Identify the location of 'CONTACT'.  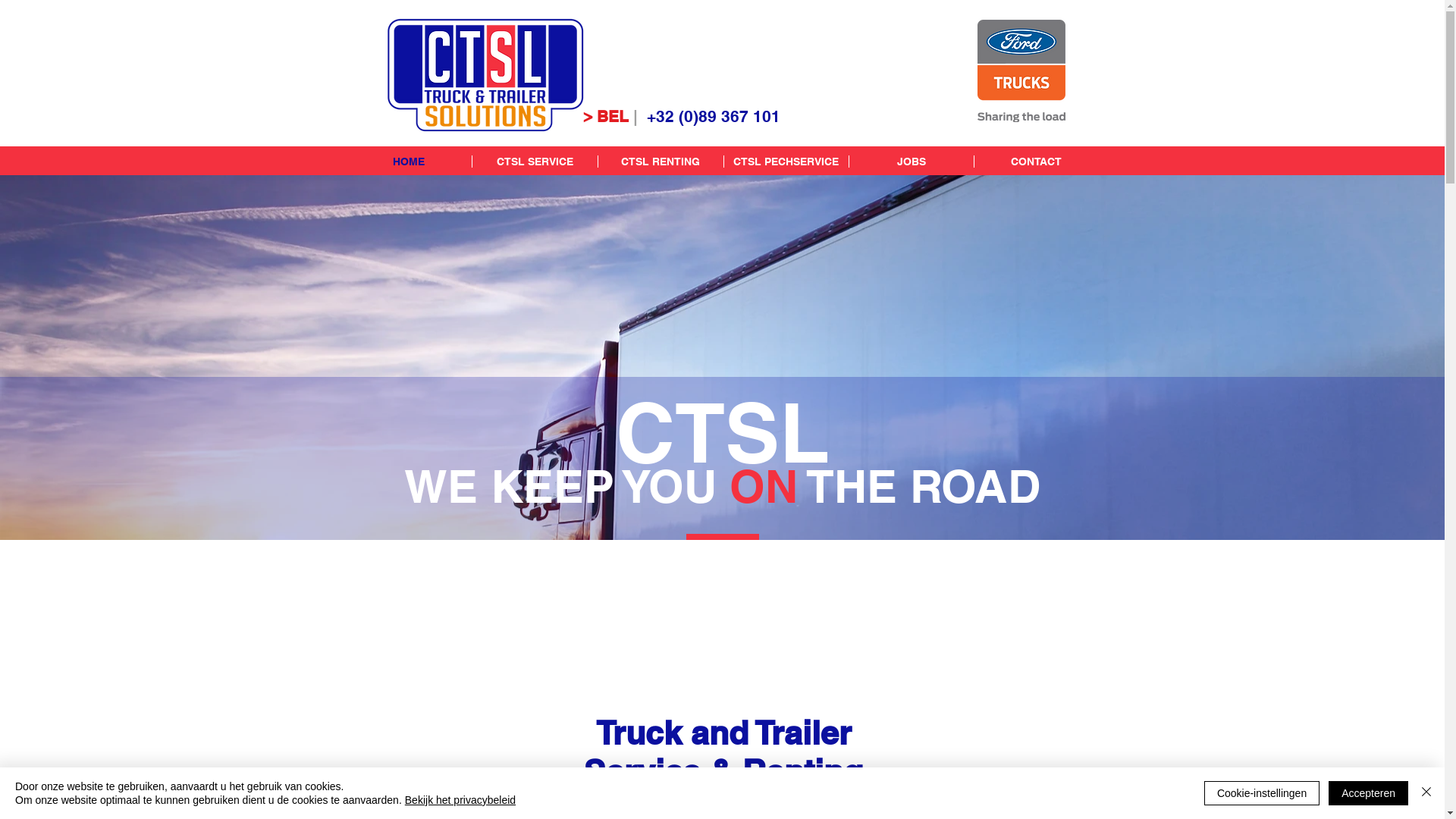
(1035, 161).